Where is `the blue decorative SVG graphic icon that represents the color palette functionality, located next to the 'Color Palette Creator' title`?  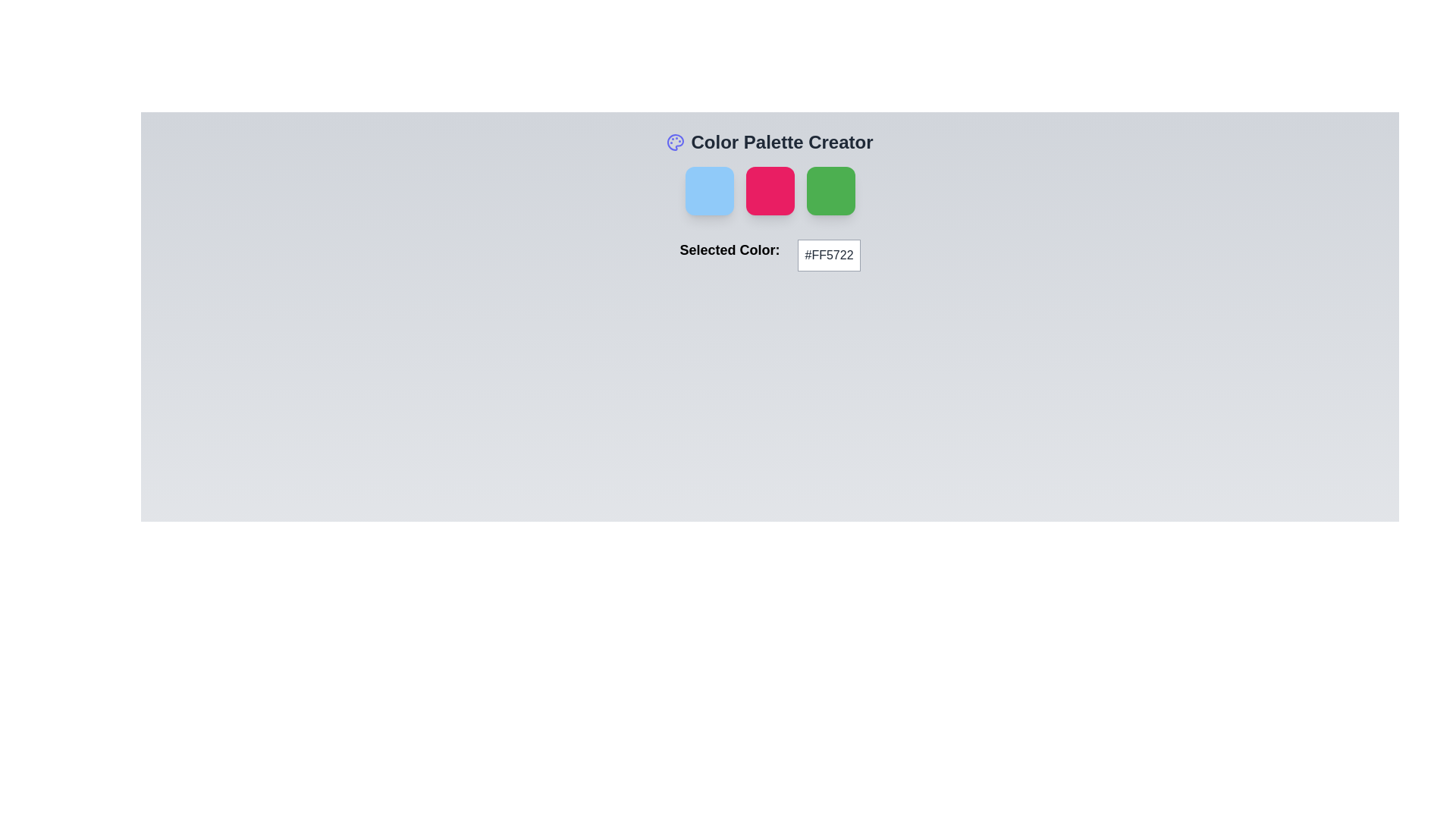 the blue decorative SVG graphic icon that represents the color palette functionality, located next to the 'Color Palette Creator' title is located at coordinates (675, 143).